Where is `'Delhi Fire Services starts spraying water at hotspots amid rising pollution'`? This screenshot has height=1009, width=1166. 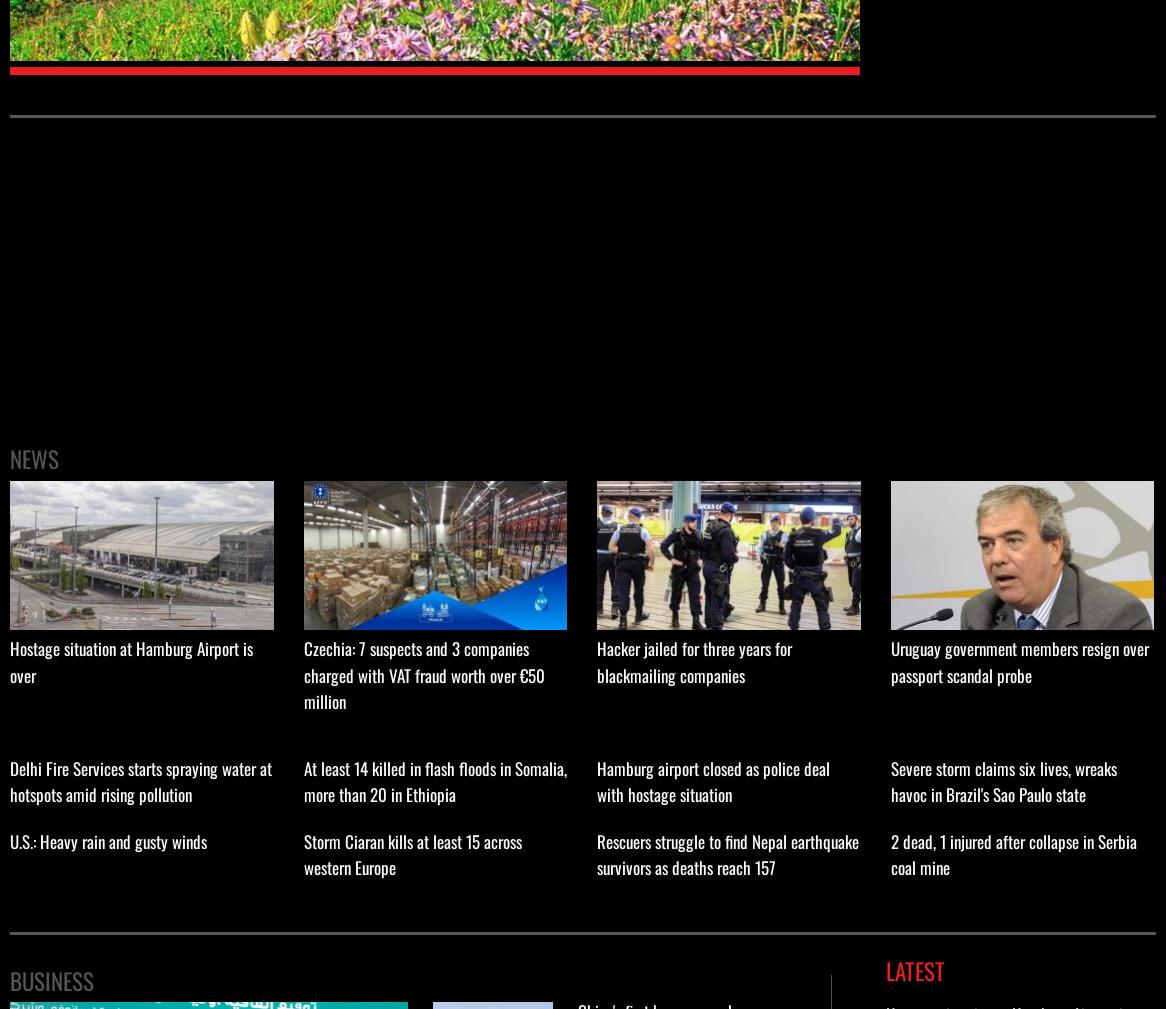
'Delhi Fire Services starts spraying water at hotspots amid rising pollution' is located at coordinates (140, 780).